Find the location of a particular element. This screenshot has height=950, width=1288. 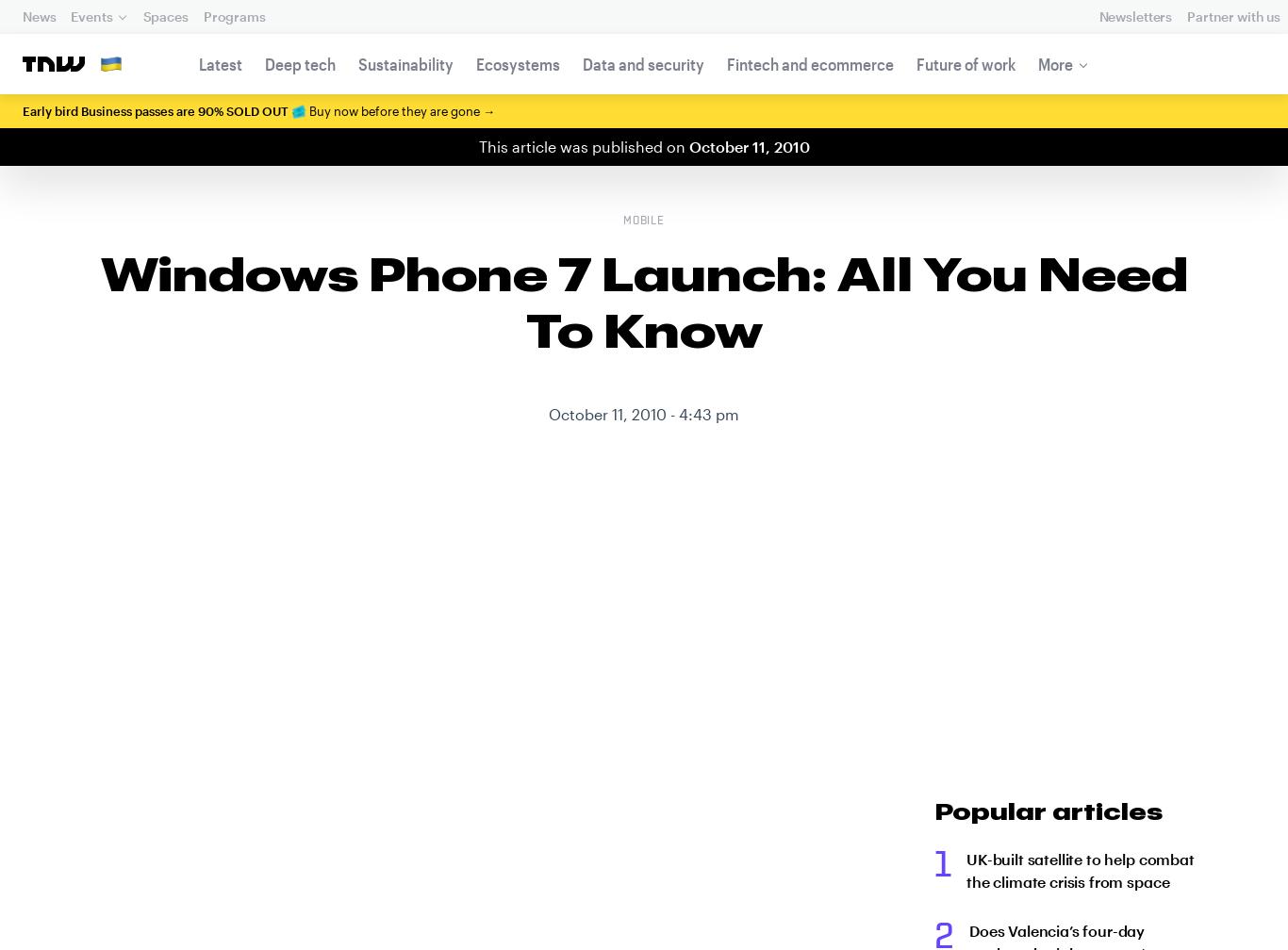

'Popular articles' is located at coordinates (934, 811).